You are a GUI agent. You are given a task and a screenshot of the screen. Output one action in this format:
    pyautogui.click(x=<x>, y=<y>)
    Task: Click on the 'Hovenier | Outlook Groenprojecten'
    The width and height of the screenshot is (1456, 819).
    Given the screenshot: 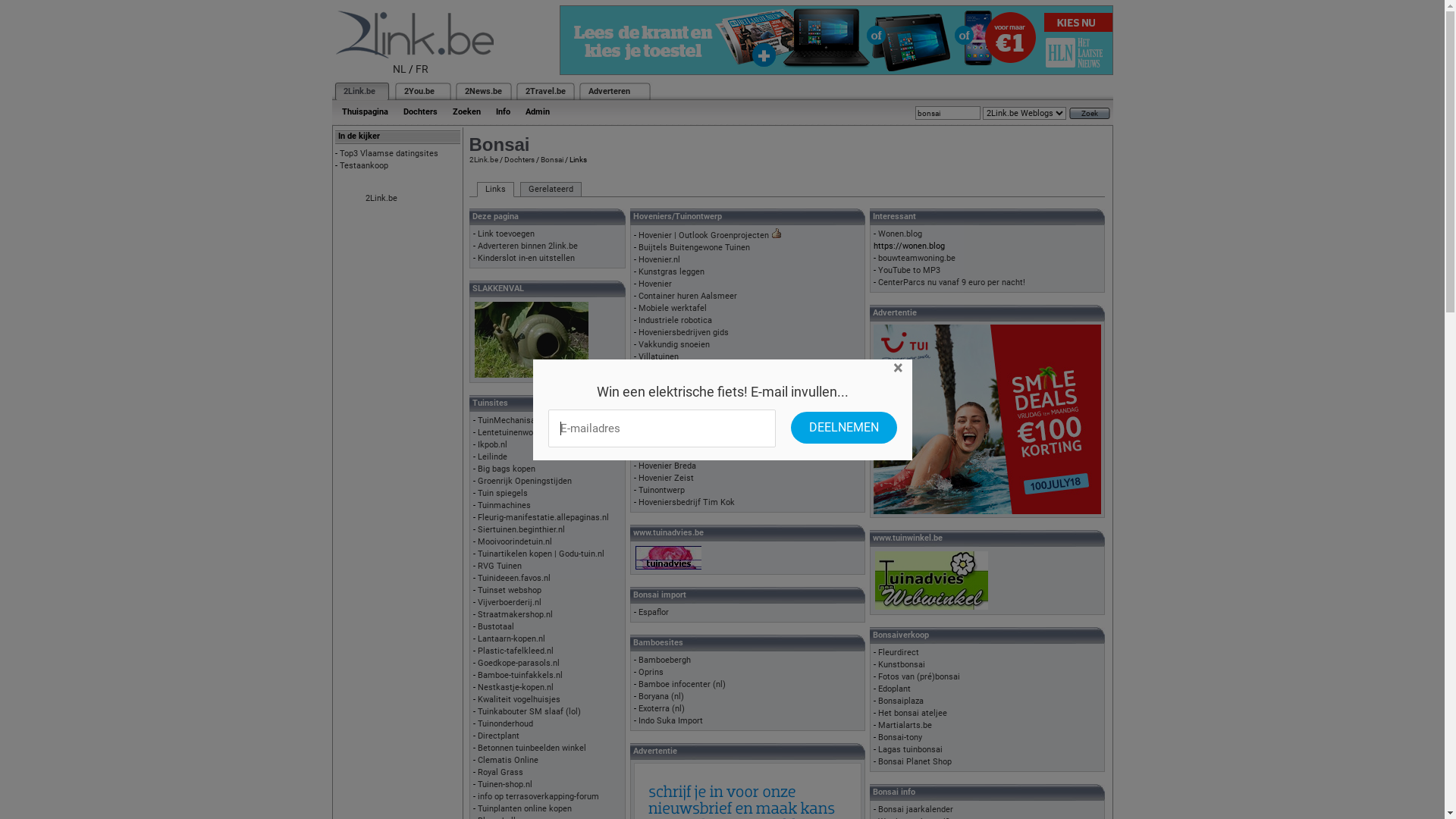 What is the action you would take?
    pyautogui.click(x=702, y=235)
    